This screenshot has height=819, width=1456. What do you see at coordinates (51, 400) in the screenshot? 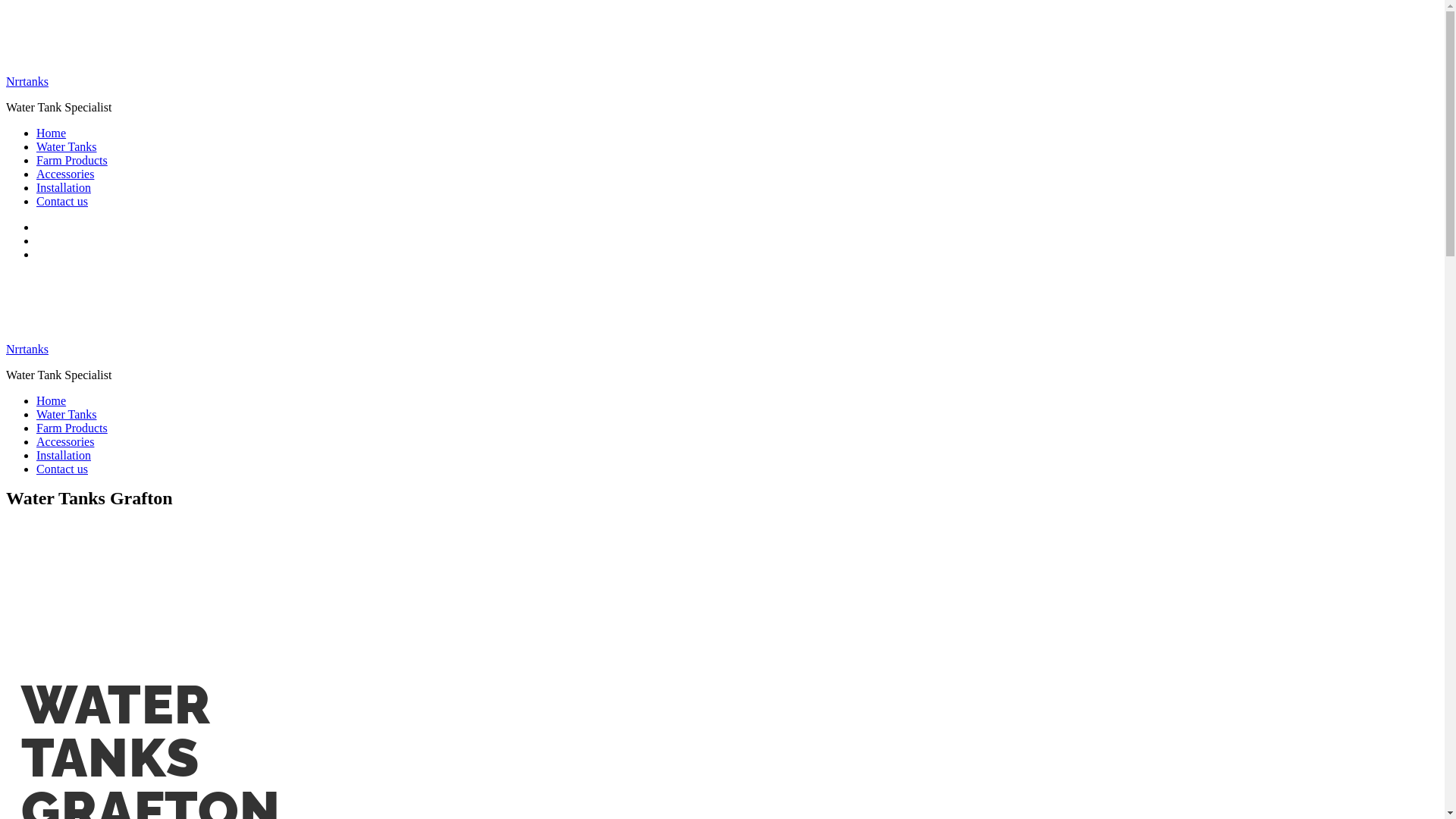
I see `'Home'` at bounding box center [51, 400].